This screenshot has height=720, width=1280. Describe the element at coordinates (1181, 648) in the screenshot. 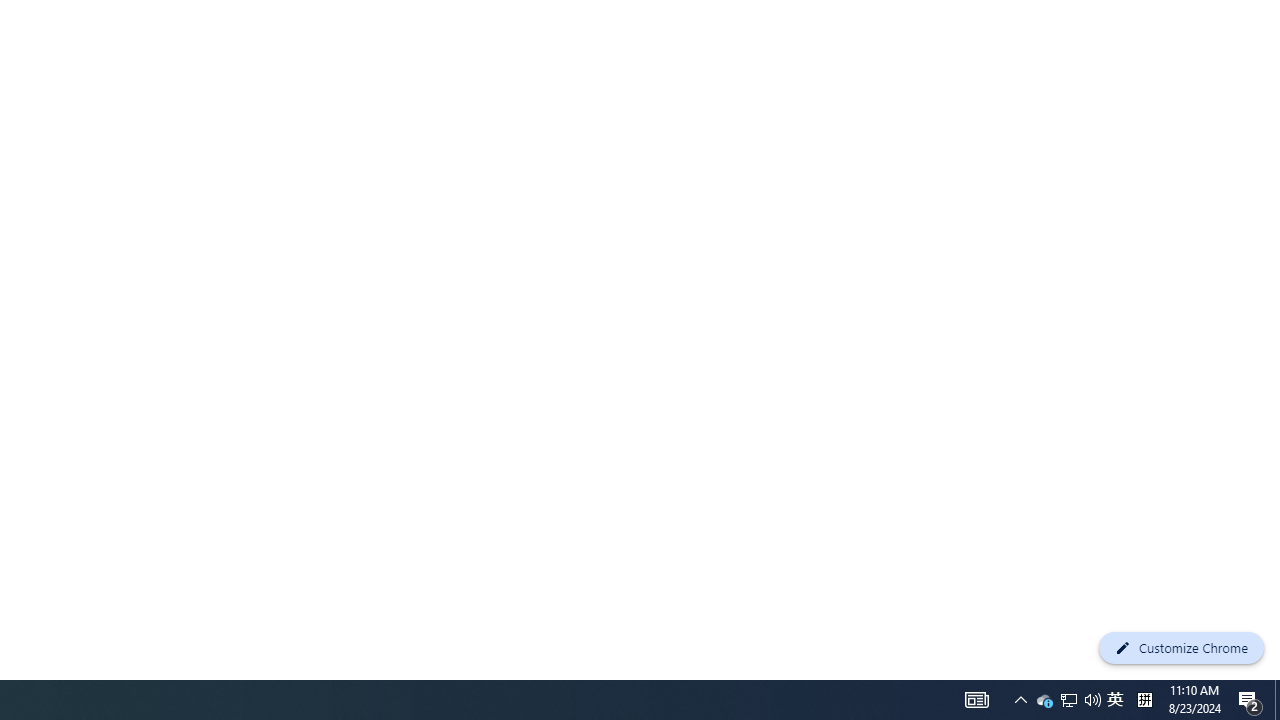

I see `'Customize Chrome'` at that location.